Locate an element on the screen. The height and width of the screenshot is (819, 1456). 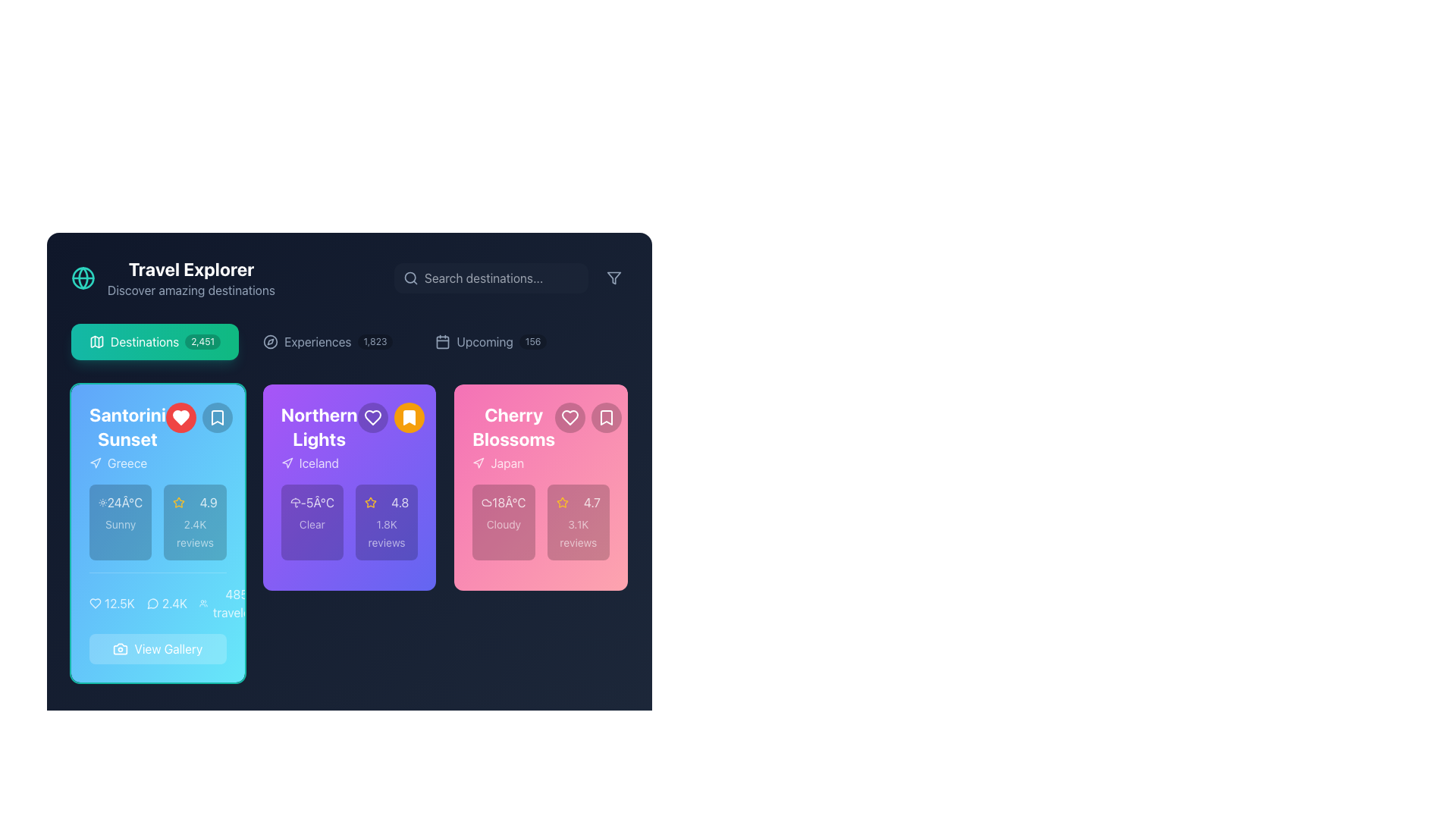
the destination name 'Northern Lights' card element is located at coordinates (348, 532).